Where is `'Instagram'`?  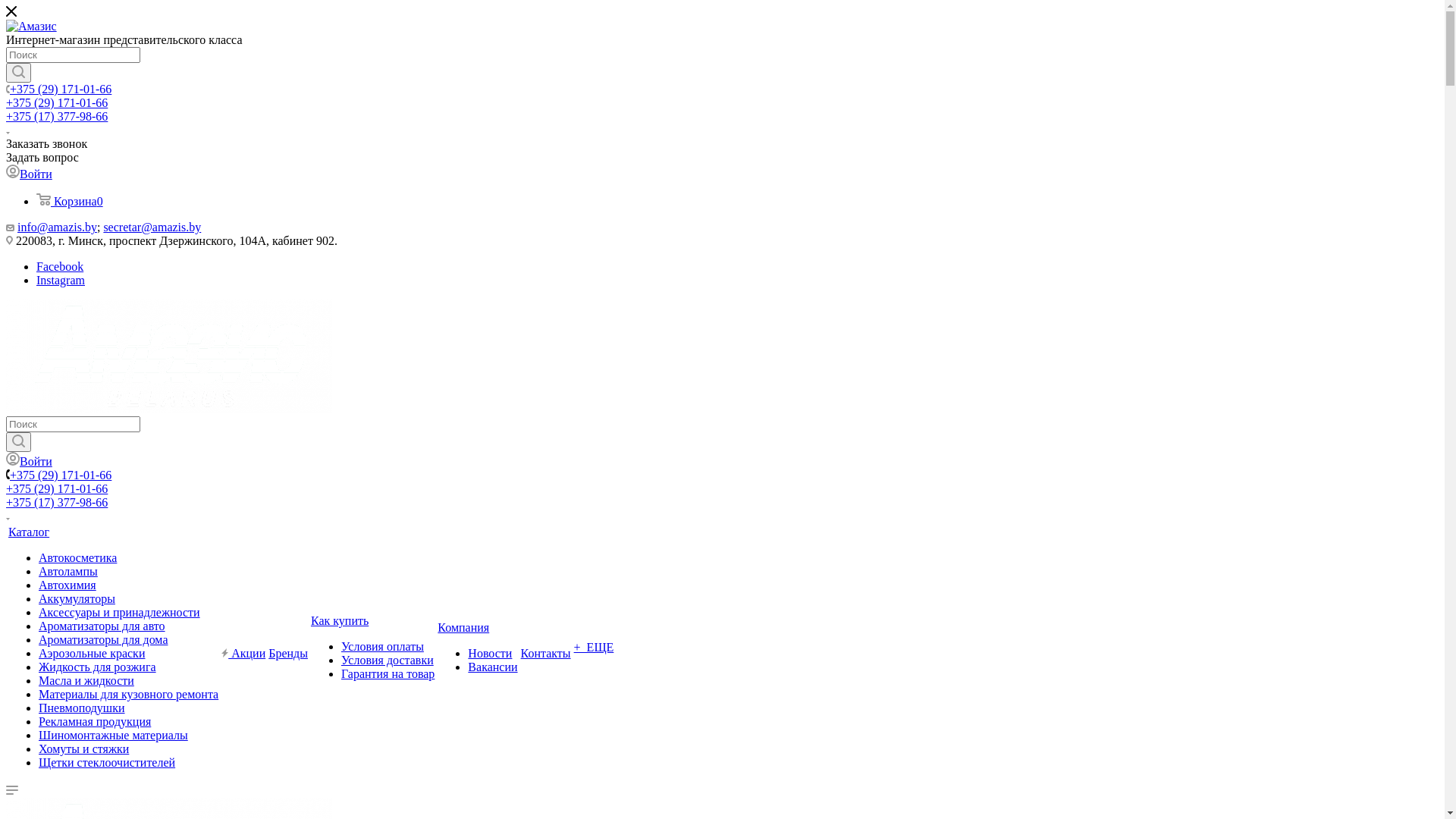
'Instagram' is located at coordinates (36, 280).